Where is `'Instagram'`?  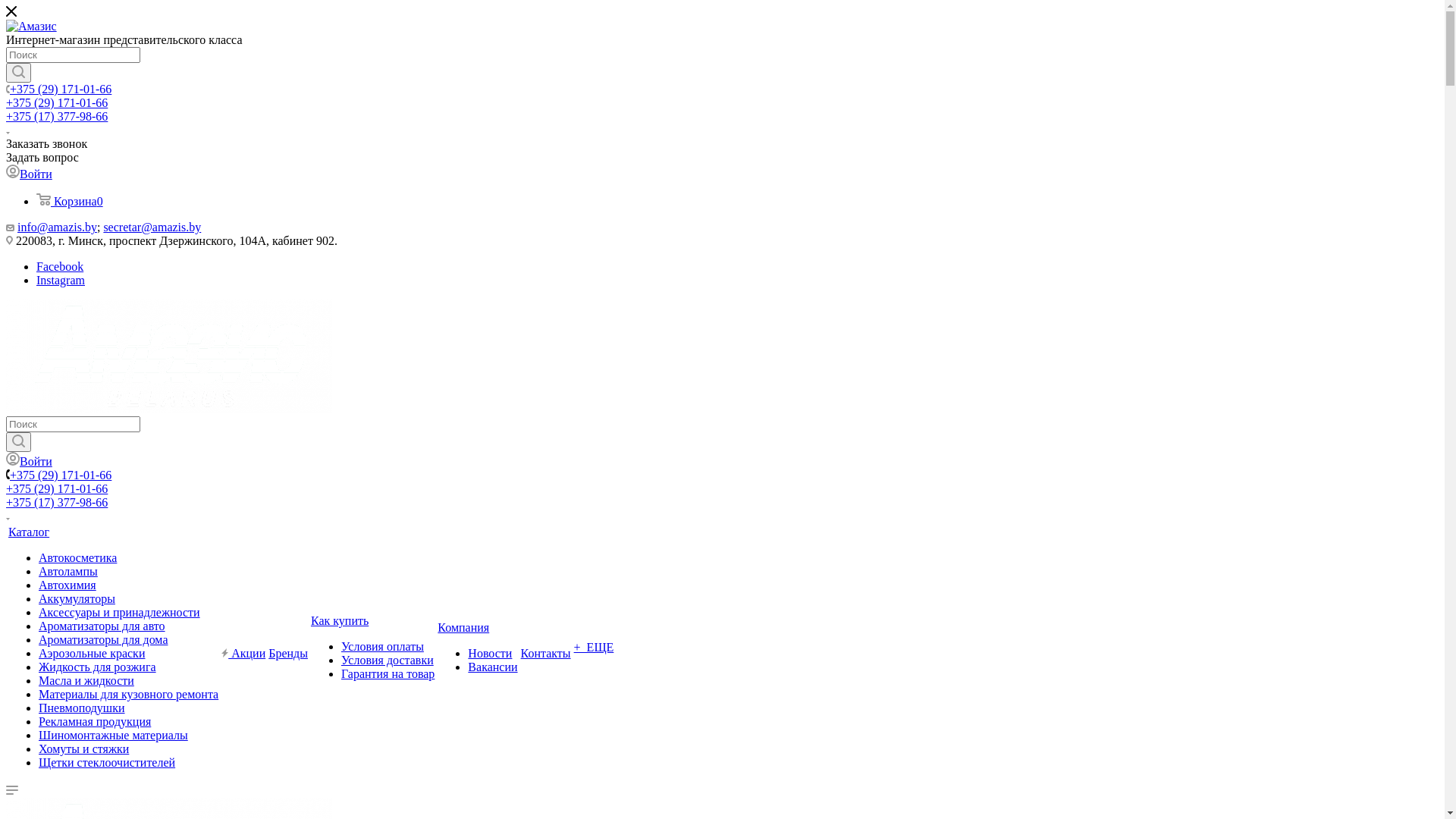
'Instagram' is located at coordinates (36, 280).